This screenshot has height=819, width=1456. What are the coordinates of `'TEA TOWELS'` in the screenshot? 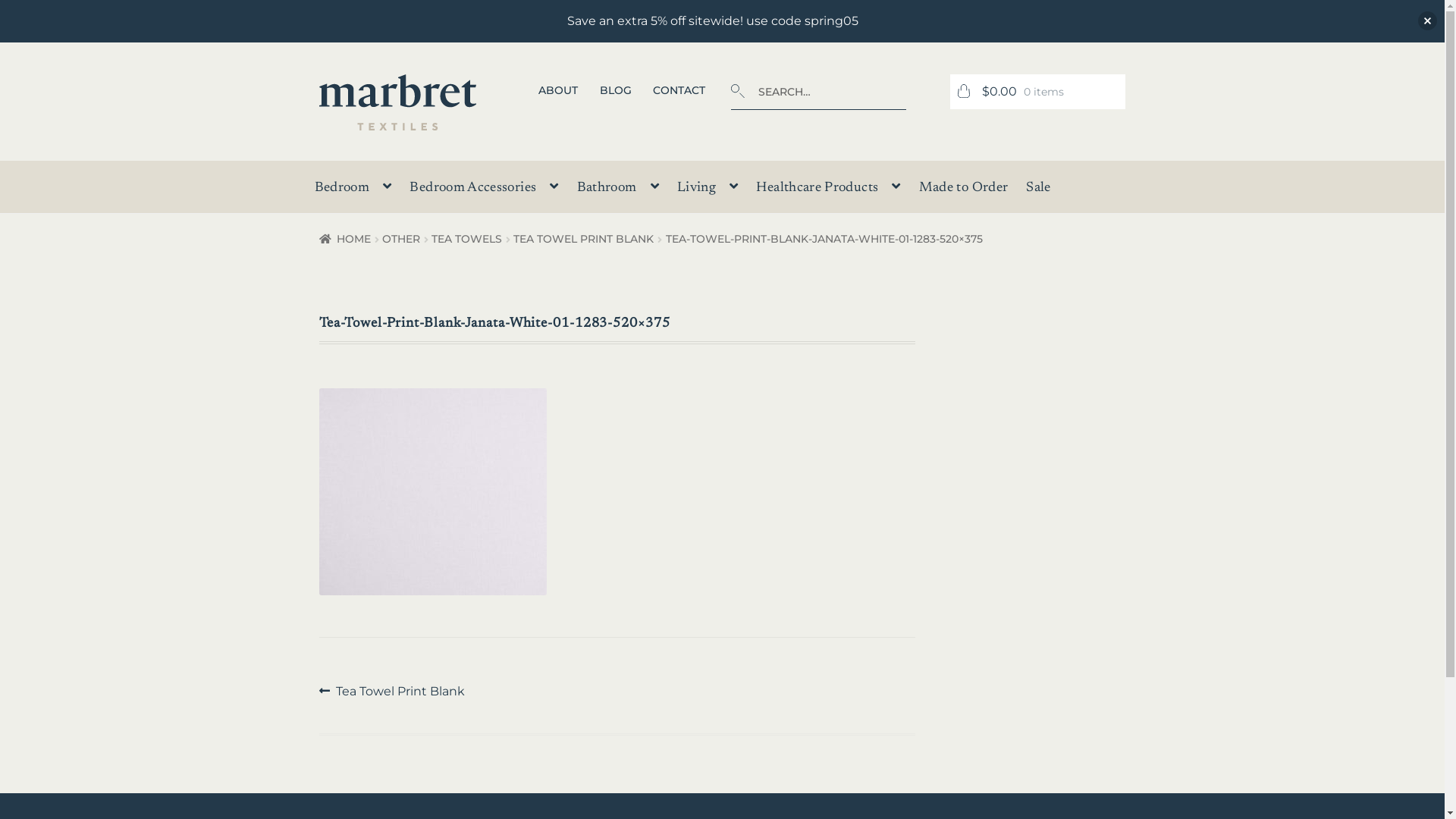 It's located at (431, 239).